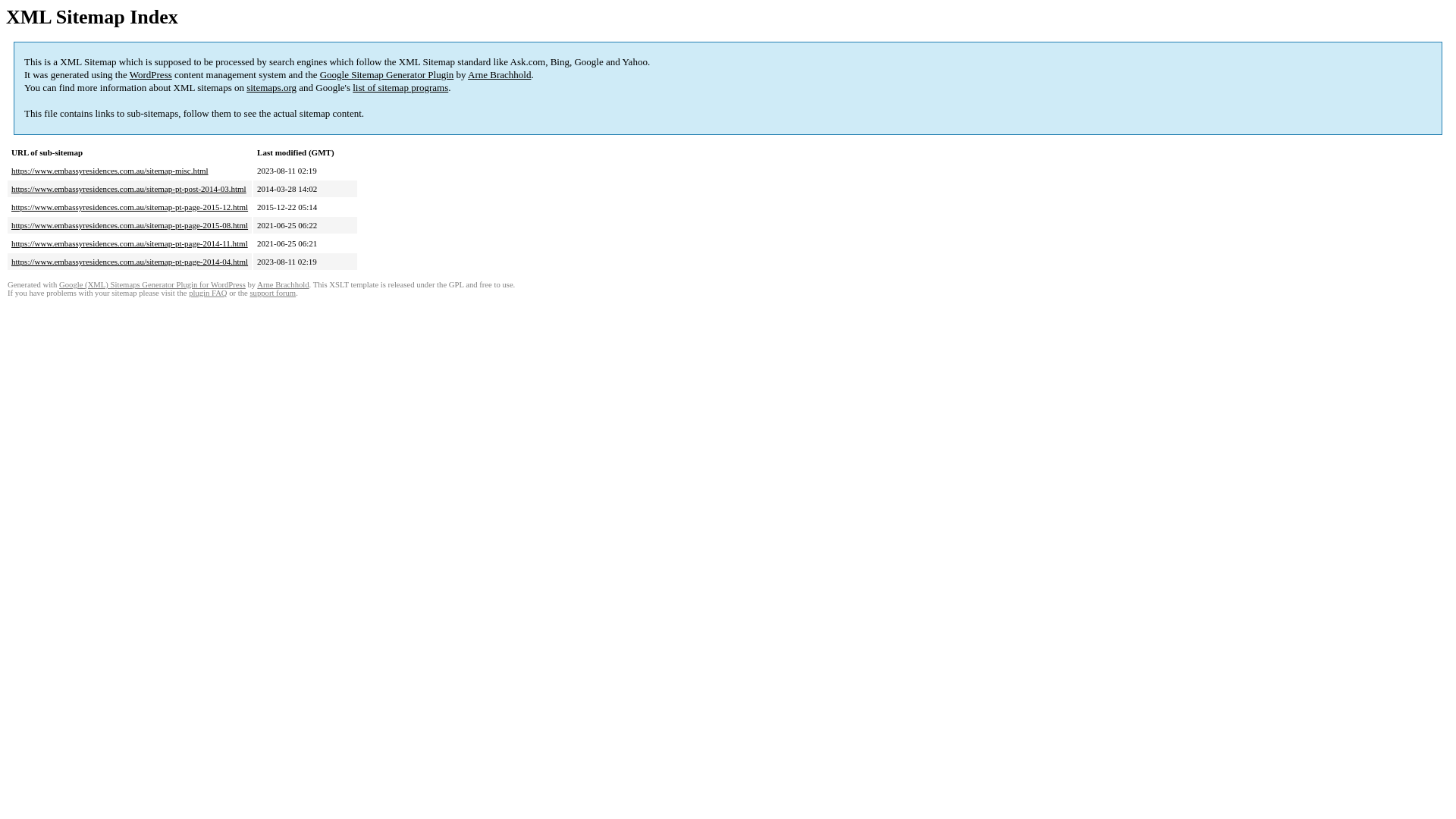 The image size is (1456, 819). What do you see at coordinates (352, 87) in the screenshot?
I see `'list of sitemap programs'` at bounding box center [352, 87].